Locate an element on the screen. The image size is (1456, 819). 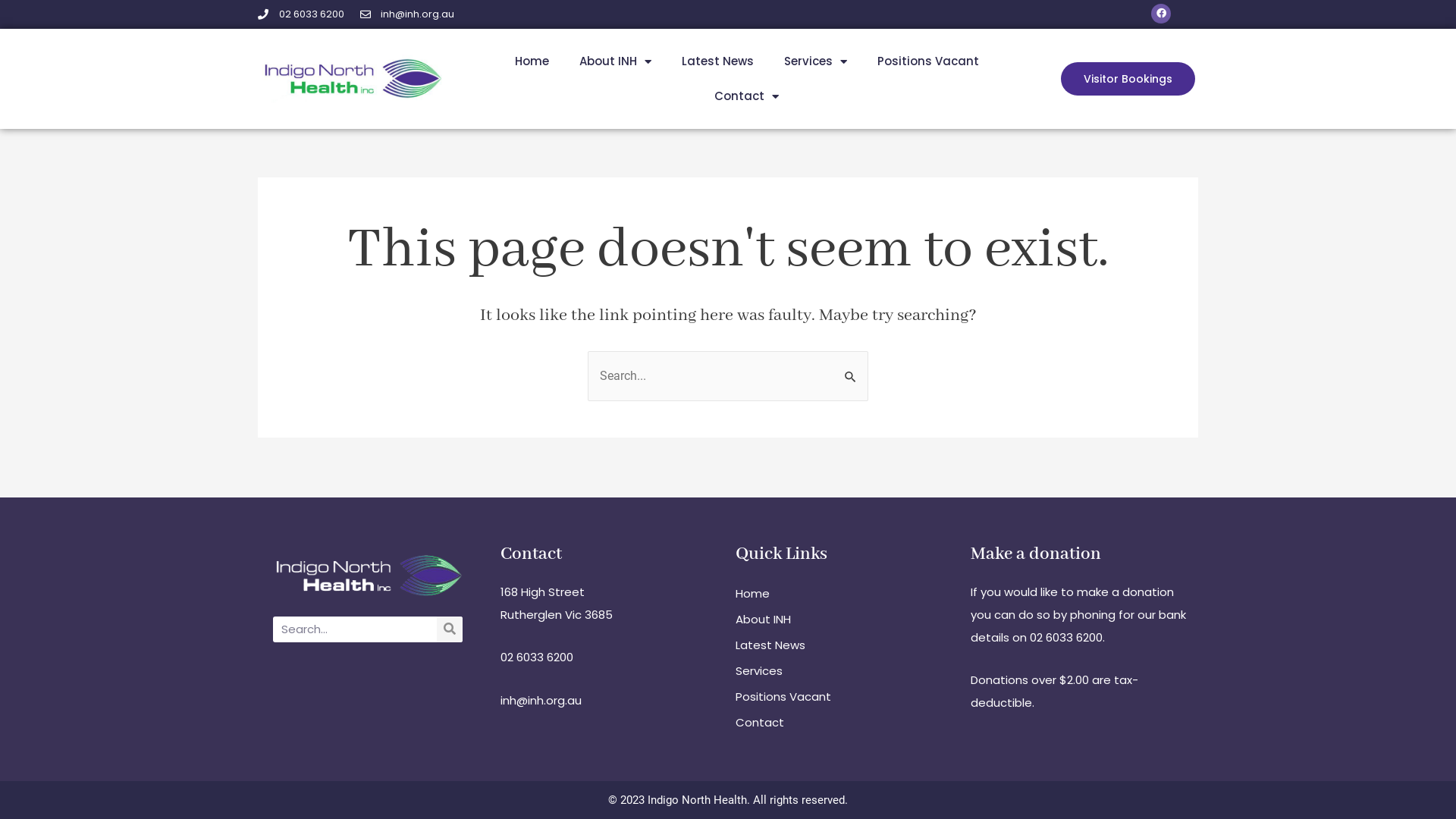
'Home' is located at coordinates (499, 61).